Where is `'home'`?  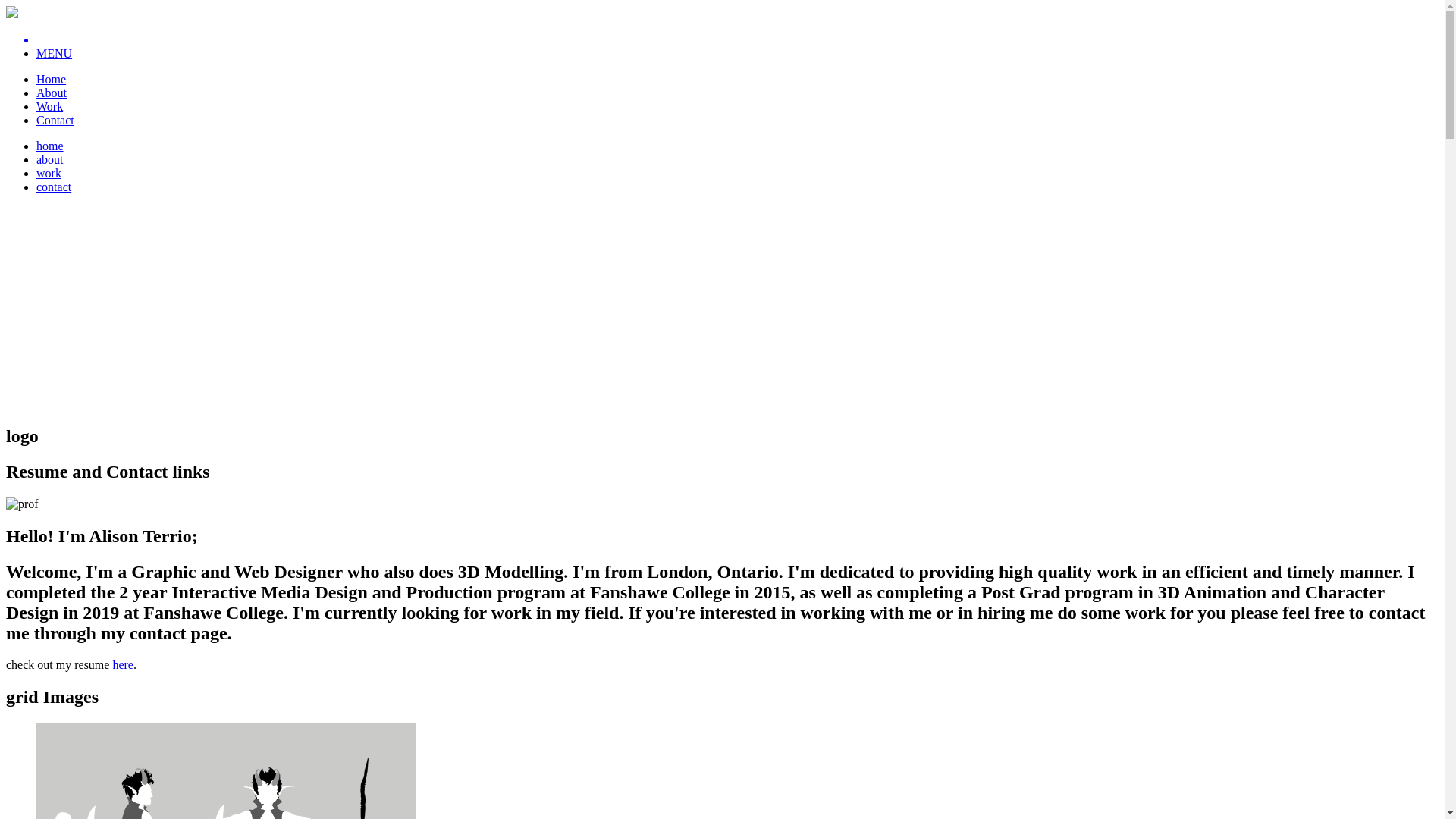 'home' is located at coordinates (50, 146).